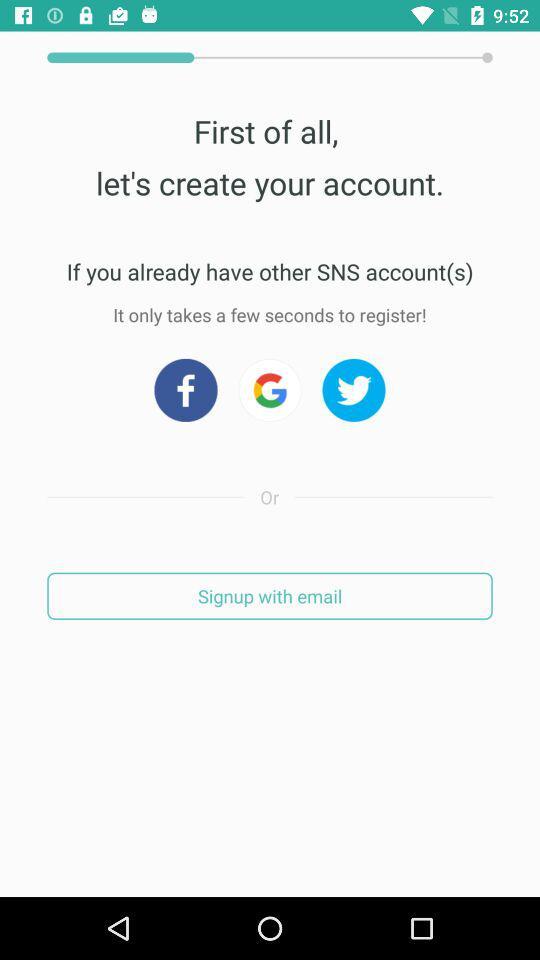 Image resolution: width=540 pixels, height=960 pixels. I want to click on the refresh icon, so click(270, 389).